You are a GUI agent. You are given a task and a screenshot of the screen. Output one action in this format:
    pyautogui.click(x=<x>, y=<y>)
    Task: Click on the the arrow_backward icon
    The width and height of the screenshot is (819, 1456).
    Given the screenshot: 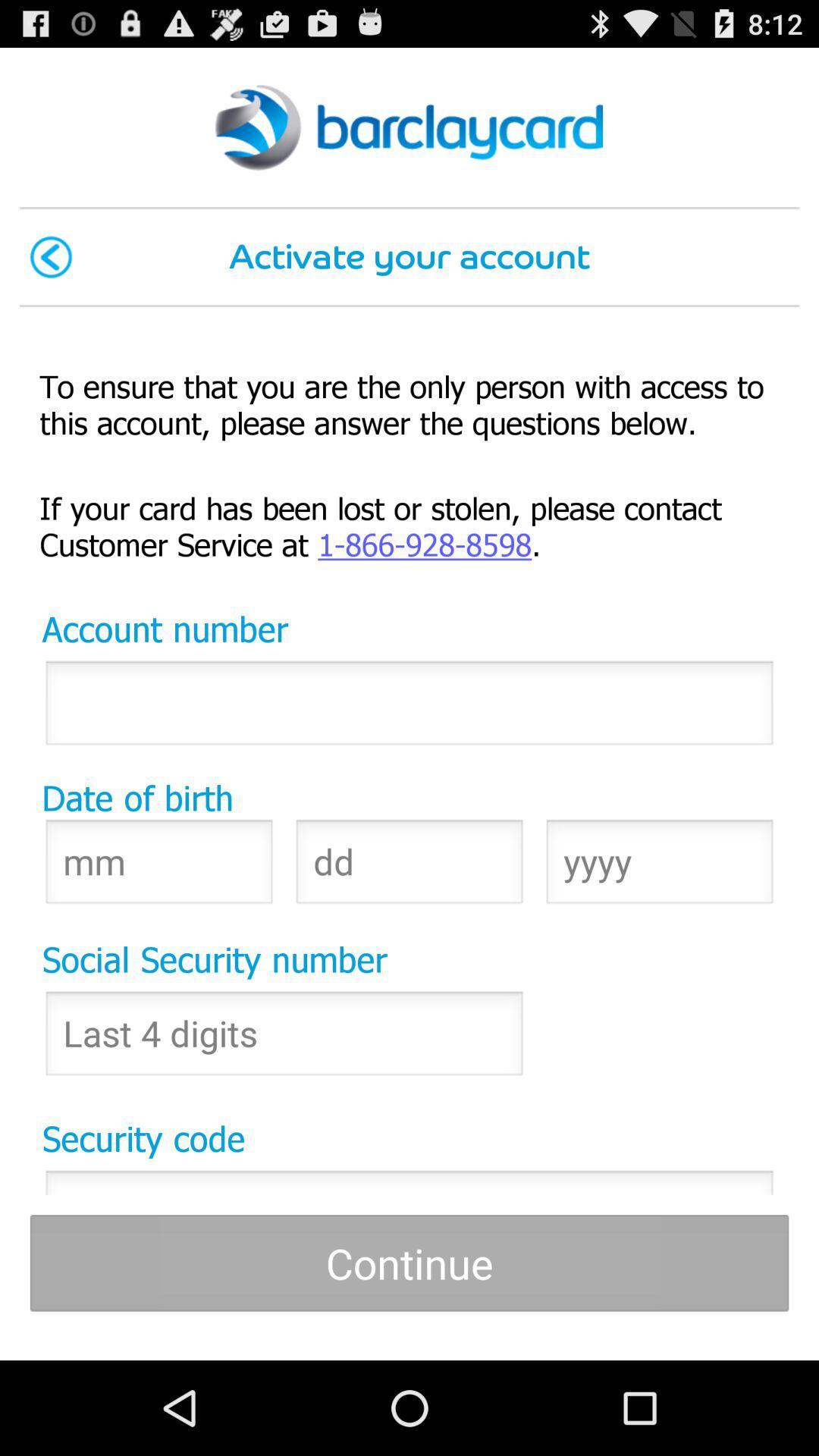 What is the action you would take?
    pyautogui.click(x=50, y=275)
    